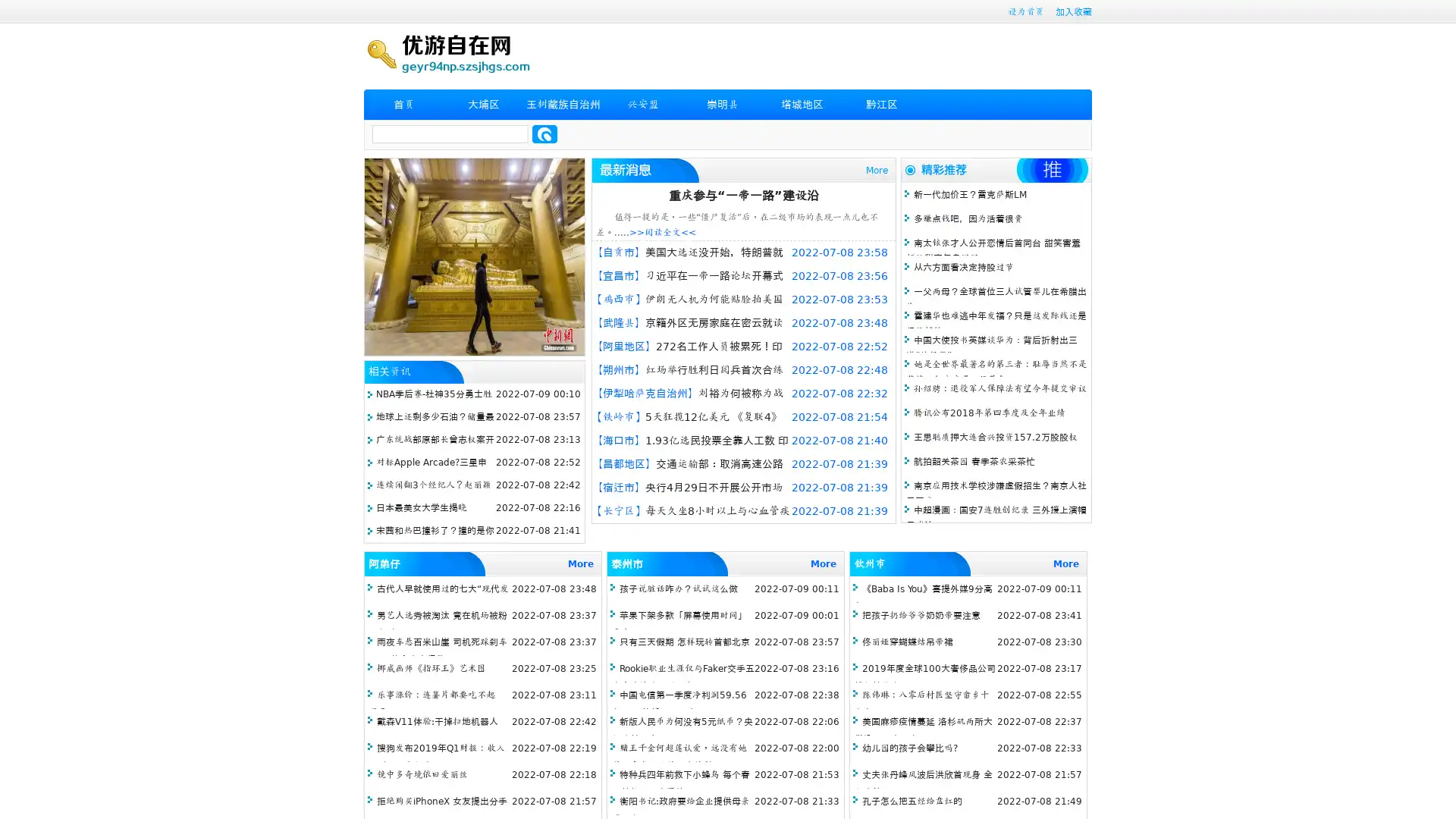 This screenshot has height=819, width=1456. What do you see at coordinates (544, 133) in the screenshot?
I see `Search` at bounding box center [544, 133].